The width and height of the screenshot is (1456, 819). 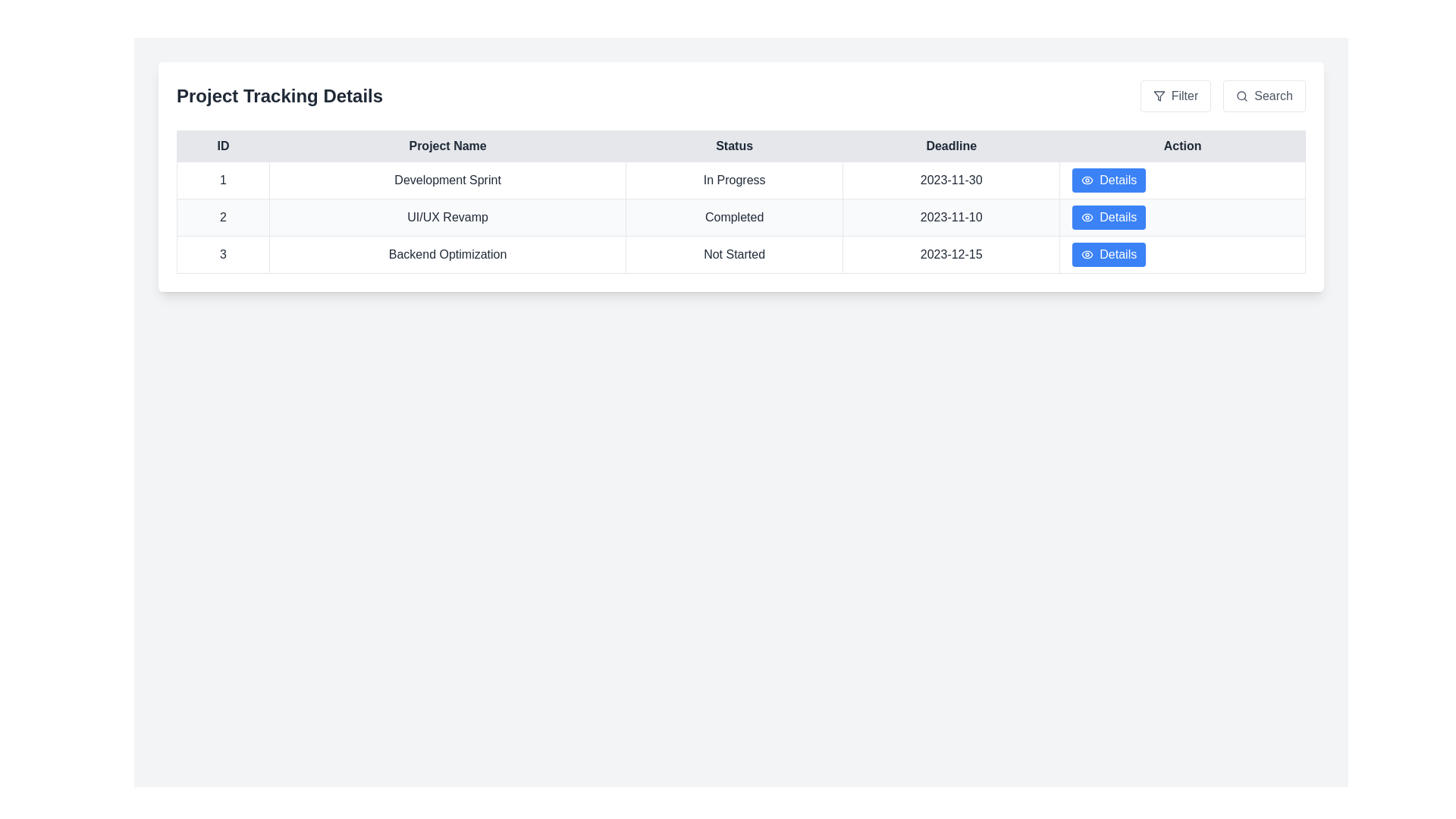 I want to click on the text display showing '2023-11-30' in the project tracking details table, which is located in the fourth column of the first row under the 'Deadline' header, so click(x=950, y=180).